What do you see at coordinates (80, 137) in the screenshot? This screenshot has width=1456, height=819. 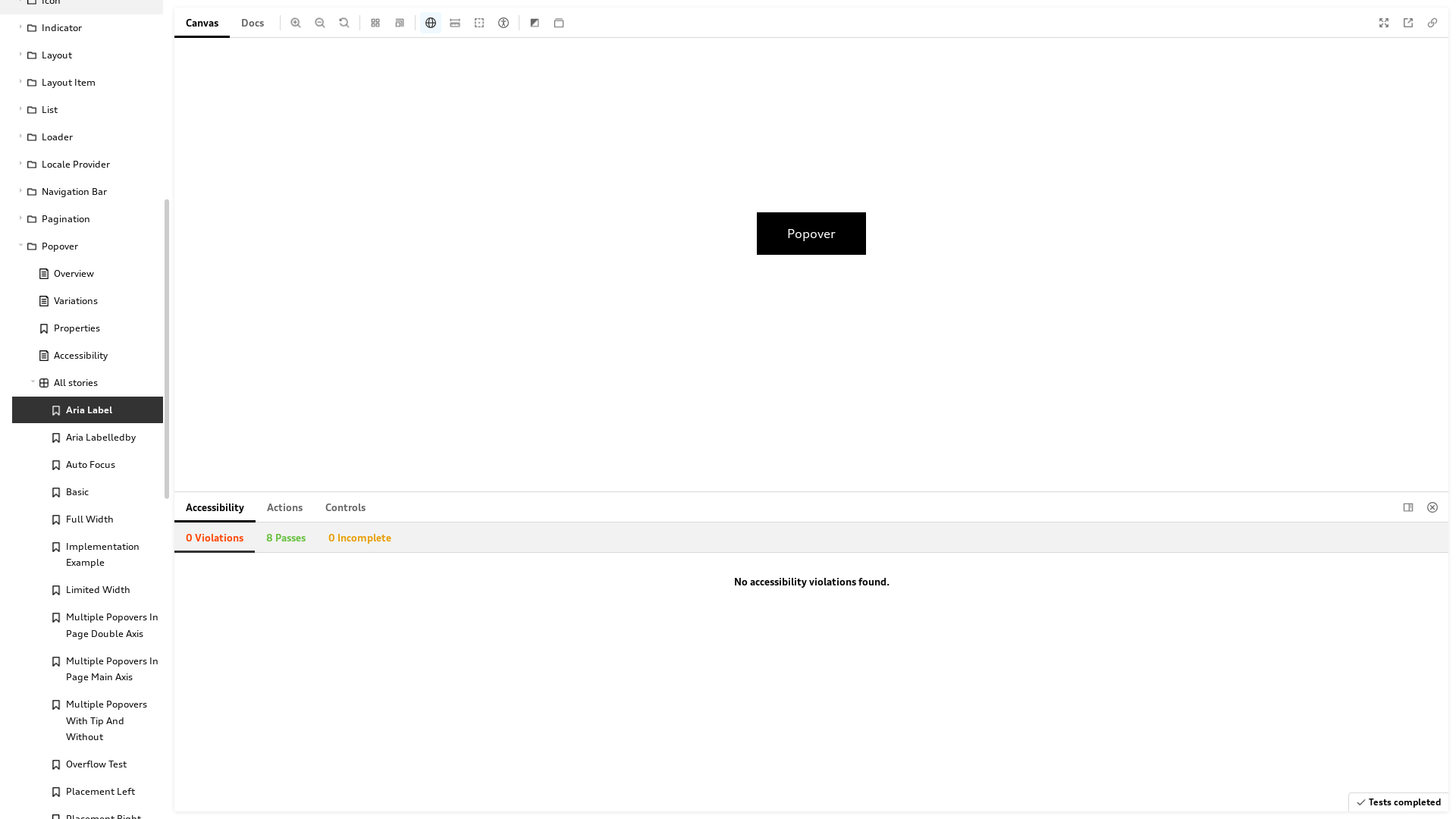 I see `'Loader'` at bounding box center [80, 137].